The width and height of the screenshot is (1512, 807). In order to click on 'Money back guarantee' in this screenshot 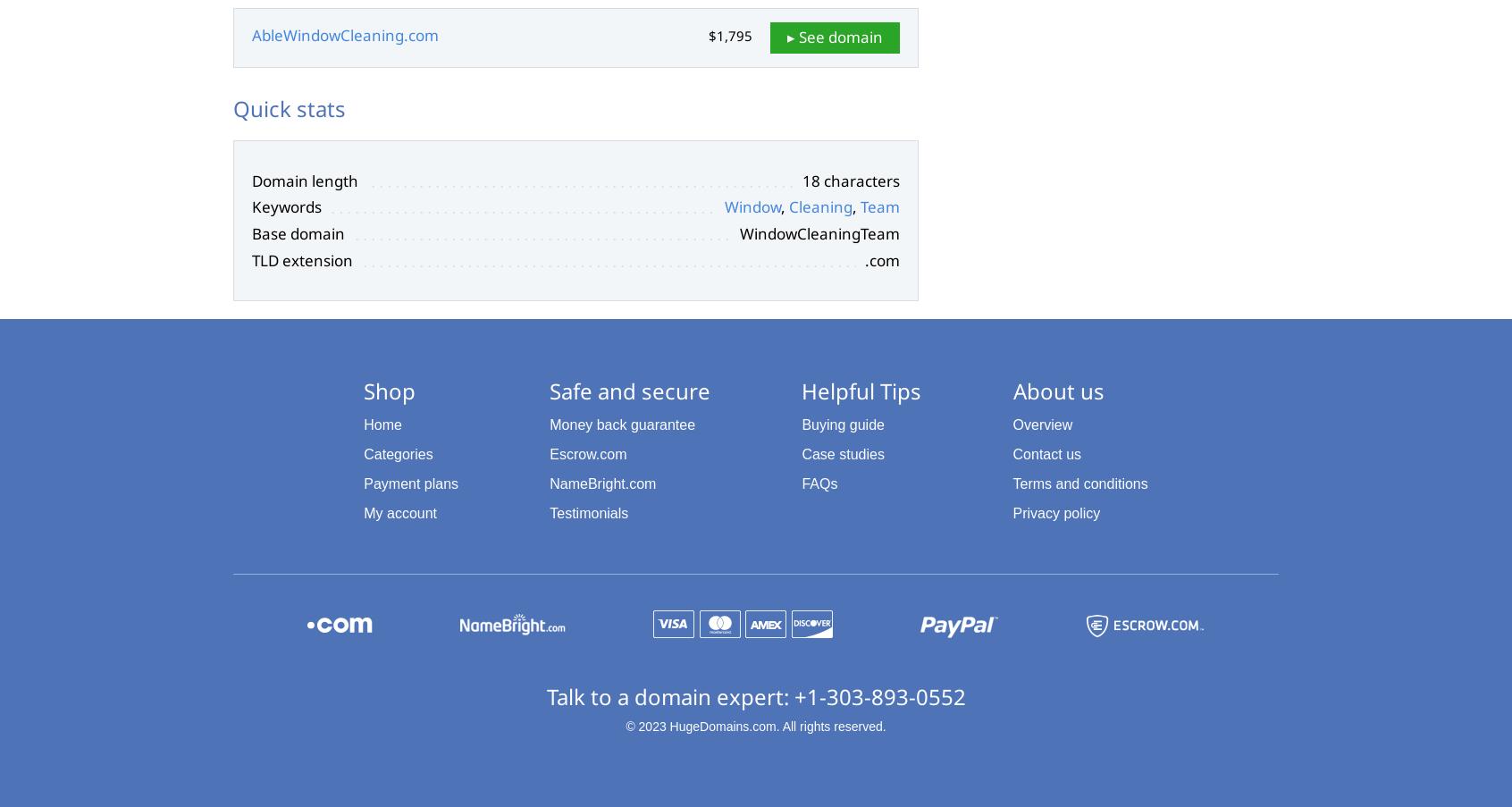, I will do `click(549, 425)`.